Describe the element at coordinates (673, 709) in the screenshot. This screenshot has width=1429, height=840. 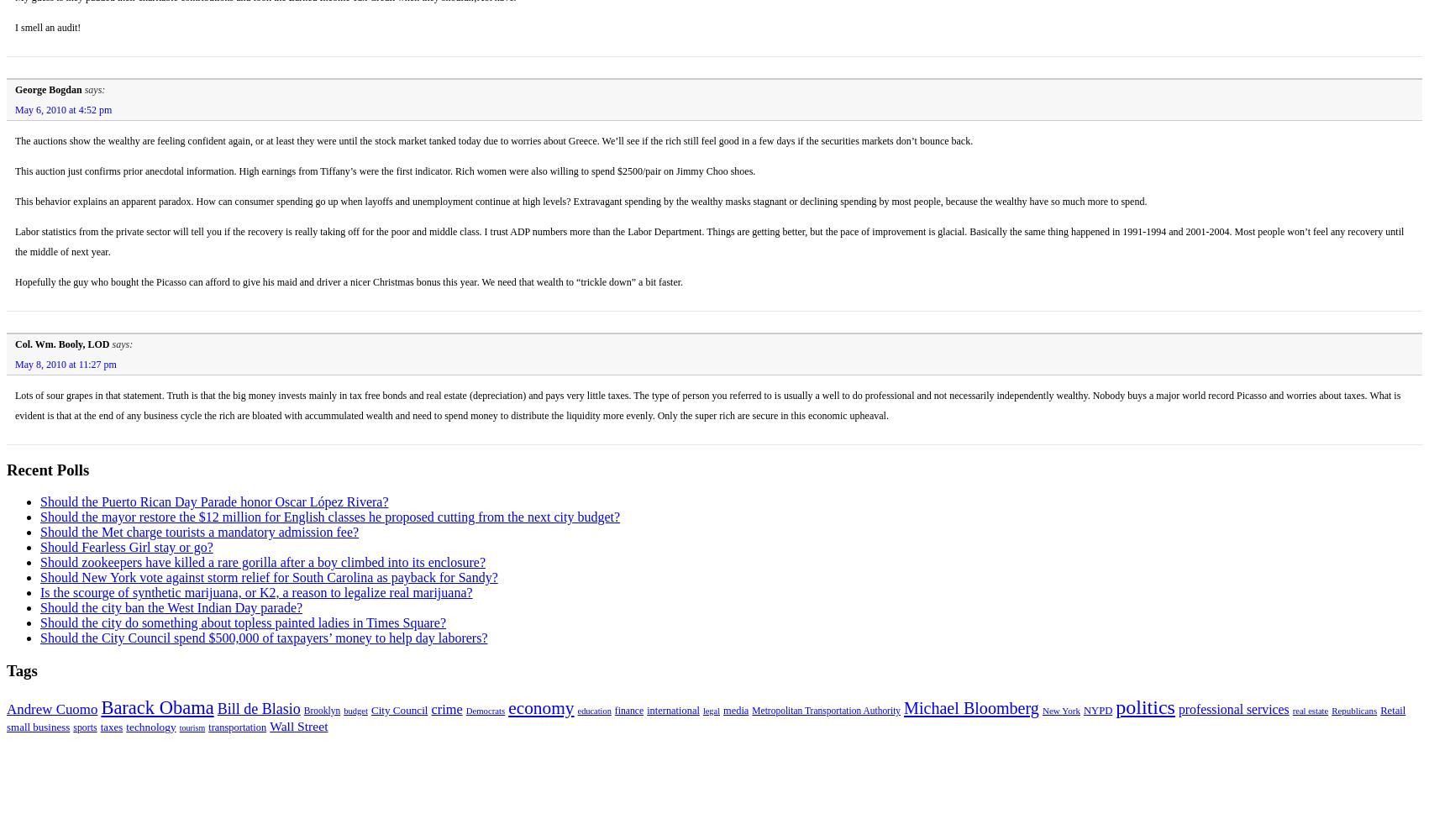
I see `'international'` at that location.